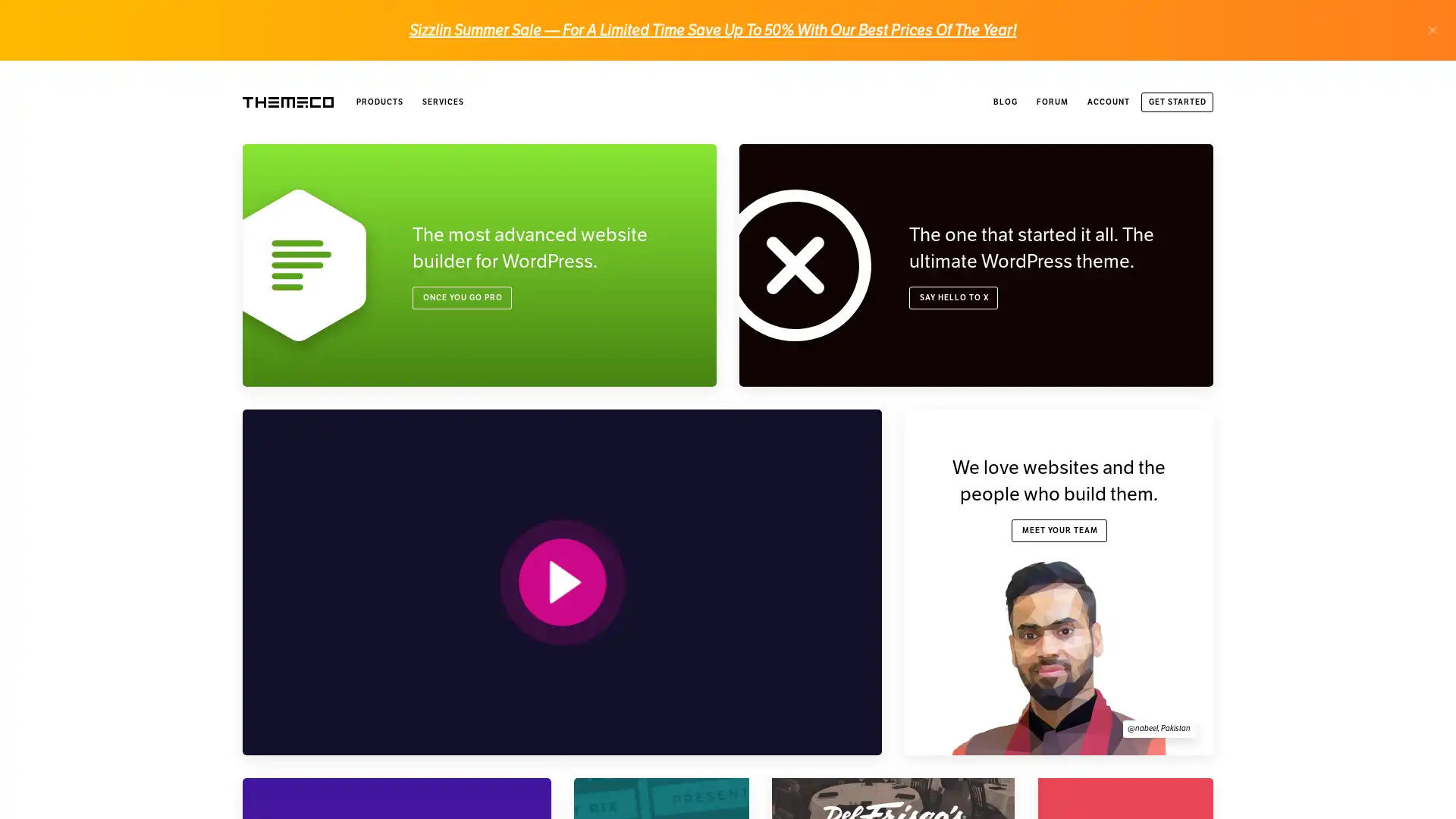  Describe the element at coordinates (561, 581) in the screenshot. I see `PLAY VIDEO` at that location.